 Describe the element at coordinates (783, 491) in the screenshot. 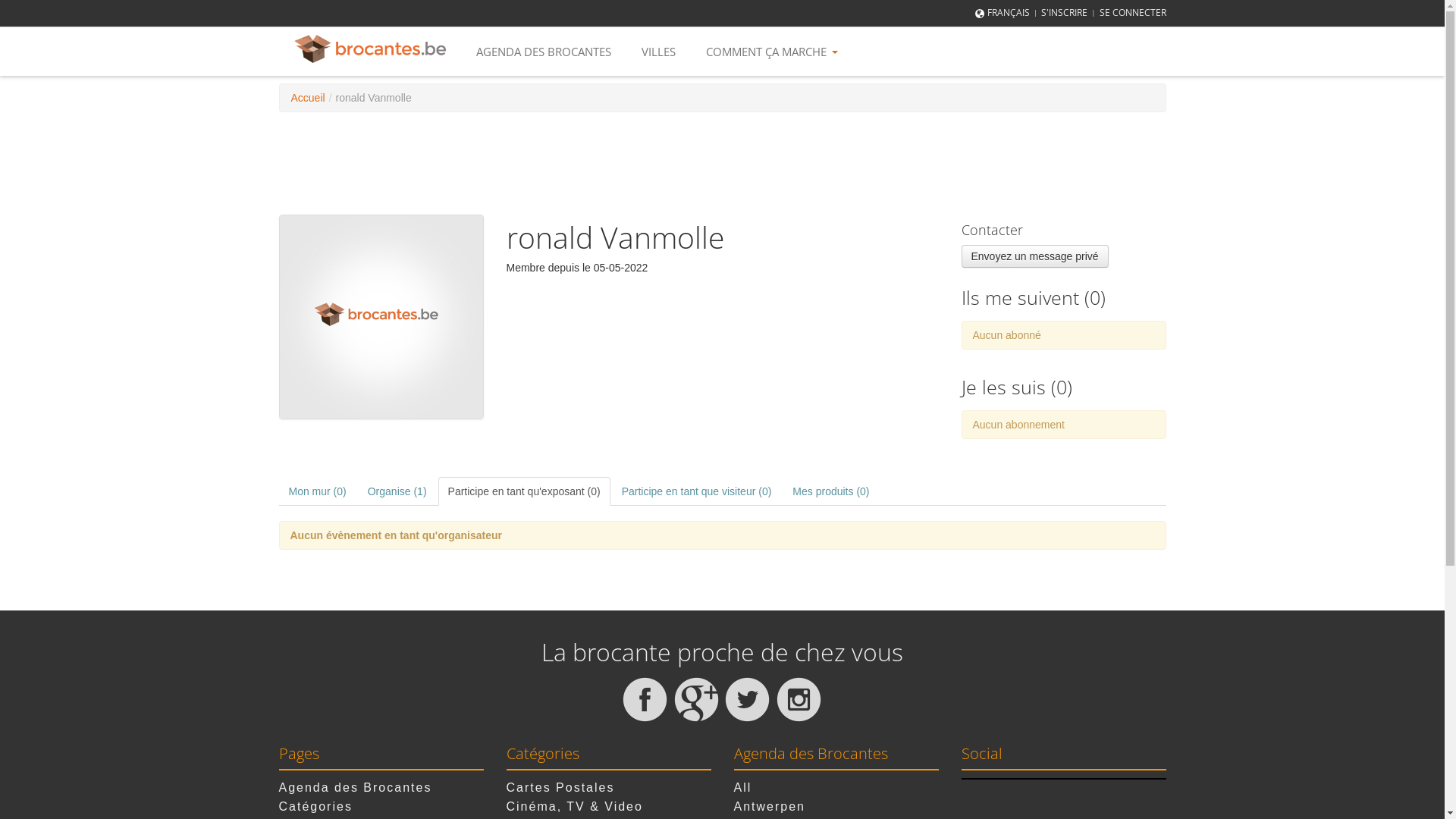

I see `'Mes produits (0)'` at that location.